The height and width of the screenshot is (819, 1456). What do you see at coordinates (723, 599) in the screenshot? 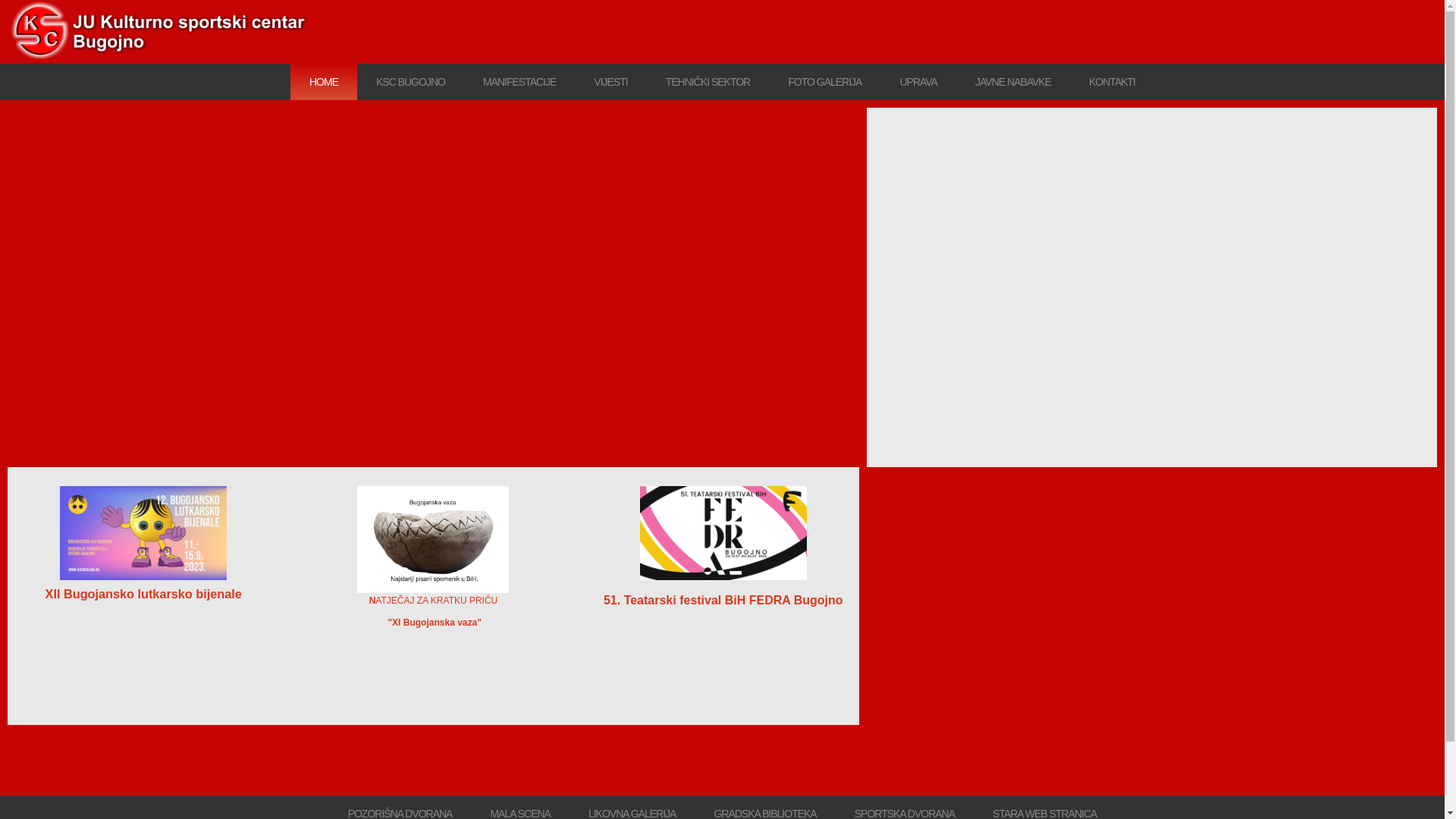
I see `'51. Teatarski festival BiH FEDRA Bugojno'` at bounding box center [723, 599].